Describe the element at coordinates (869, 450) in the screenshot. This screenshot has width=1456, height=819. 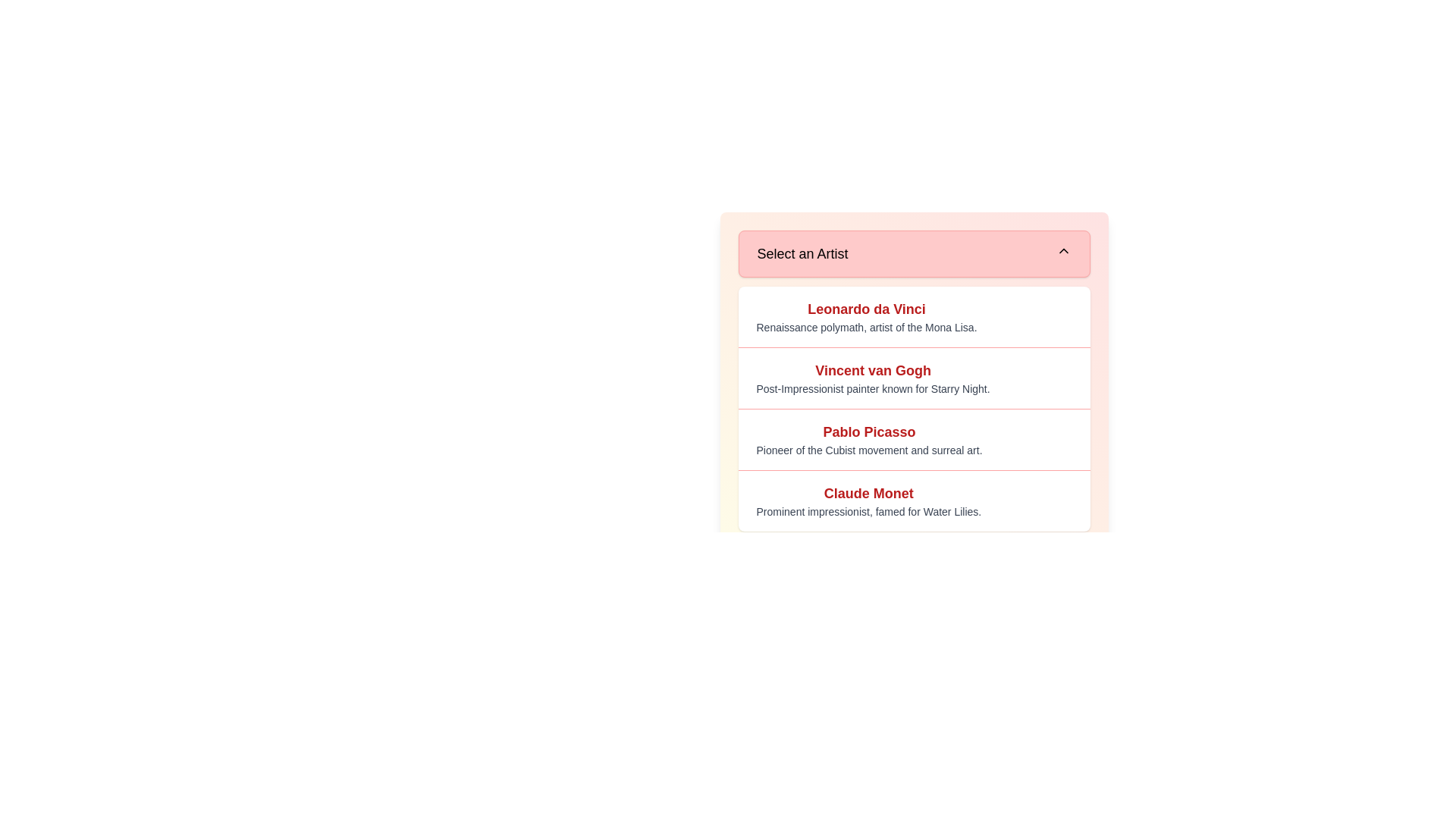
I see `the text element that provides descriptive information about the artist Pablo Picasso` at that location.